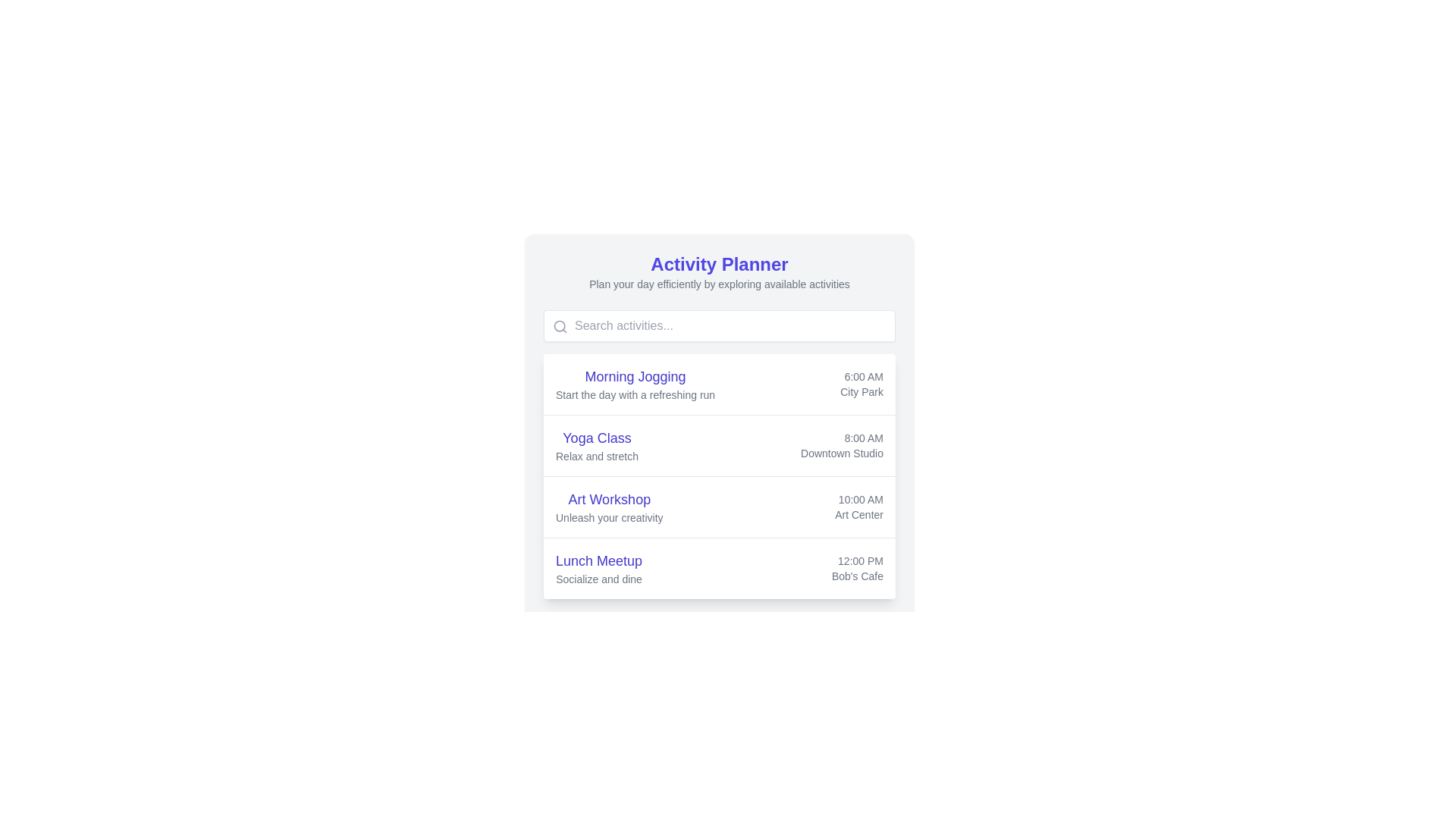  What do you see at coordinates (719, 444) in the screenshot?
I see `the second list item in the 'Activity Planner' section that provides information about a scheduled yoga class, including its name, description, time, and location` at bounding box center [719, 444].